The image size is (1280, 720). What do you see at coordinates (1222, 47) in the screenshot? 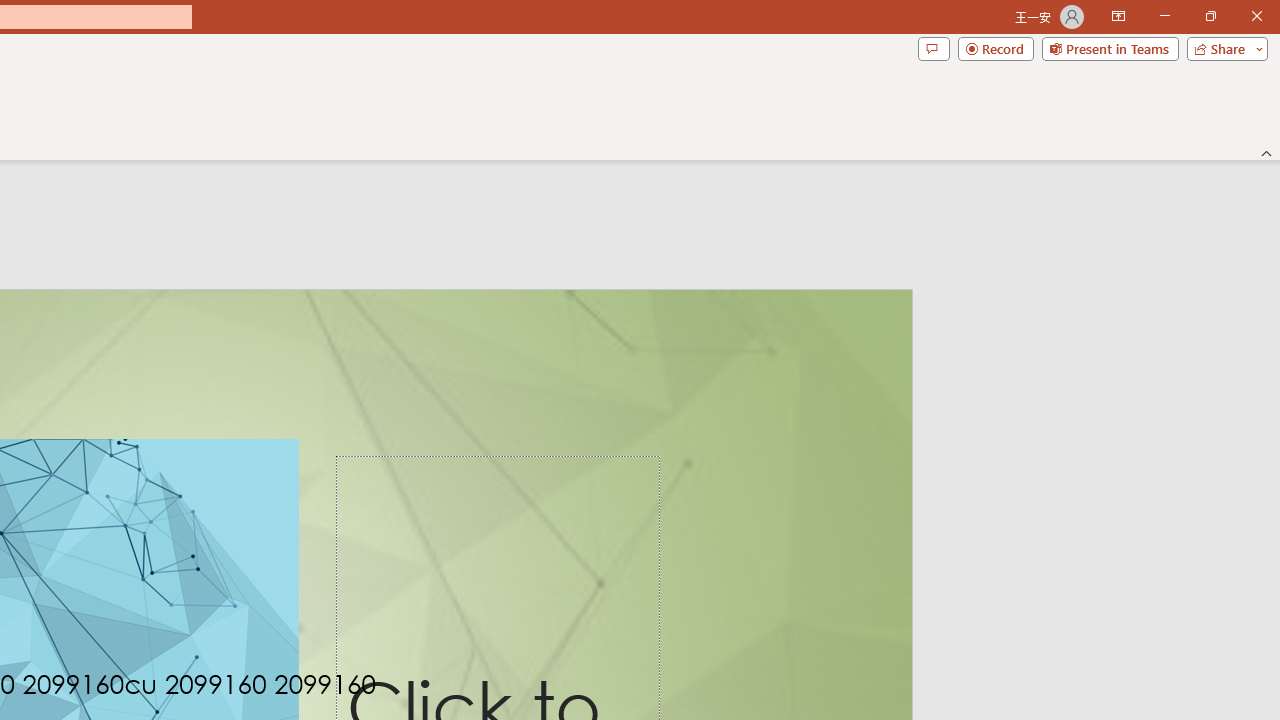
I see `'Share'` at bounding box center [1222, 47].